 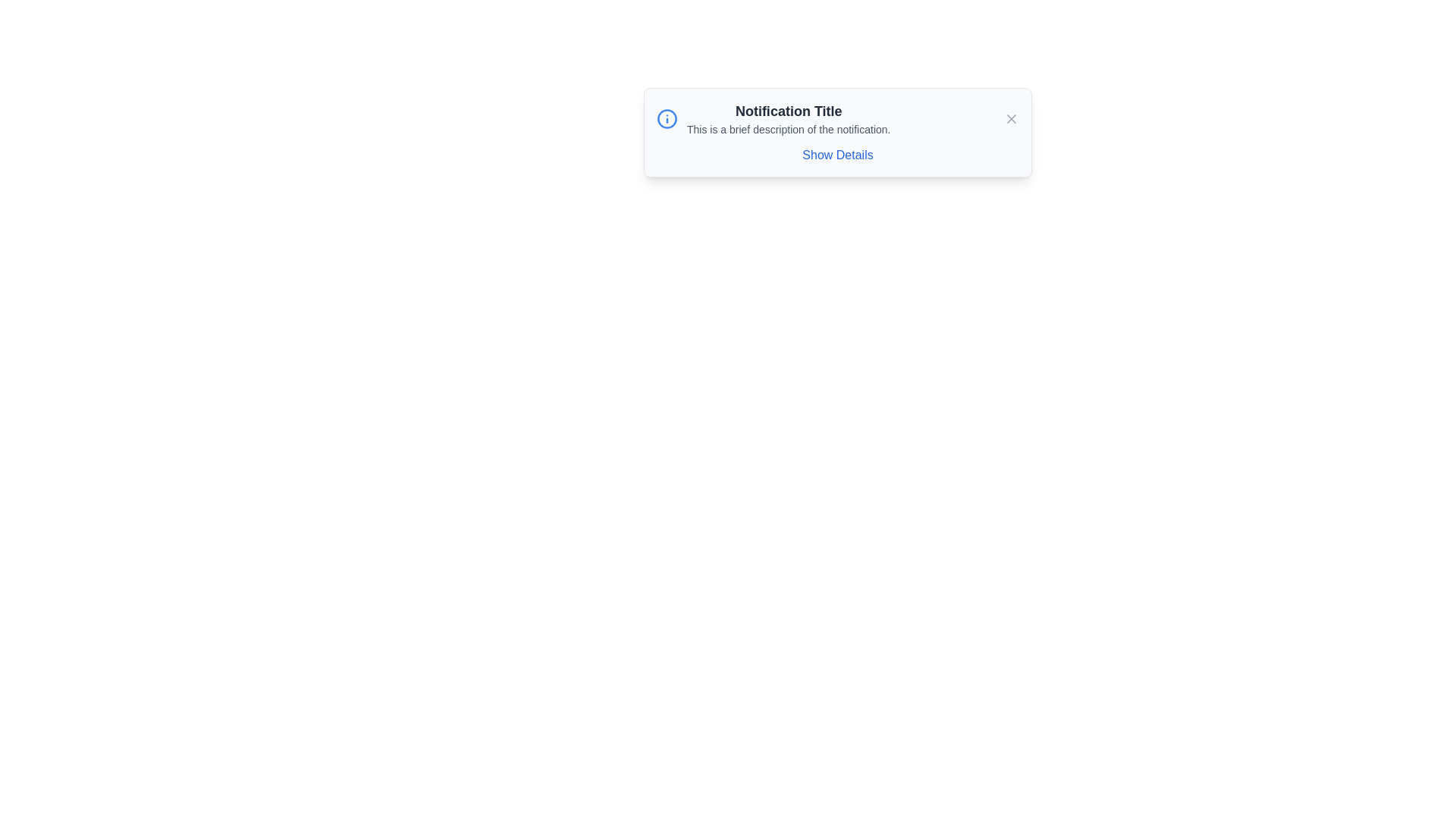 What do you see at coordinates (836, 155) in the screenshot?
I see `the blue-colored text link labeled 'Show Details' at the bottom-center of the notification card` at bounding box center [836, 155].